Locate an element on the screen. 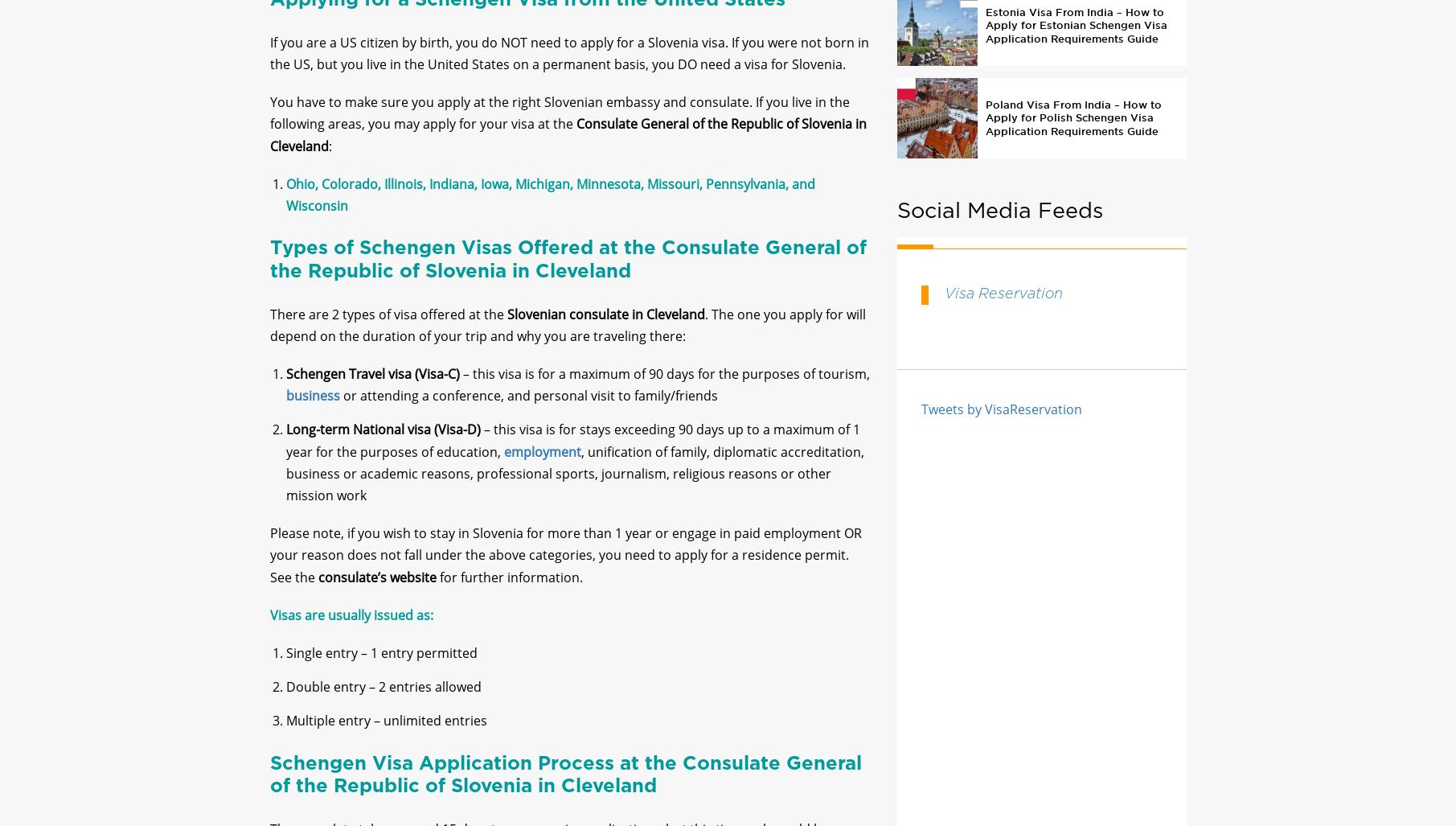  'Visas are usually issued as:' is located at coordinates (351, 627).